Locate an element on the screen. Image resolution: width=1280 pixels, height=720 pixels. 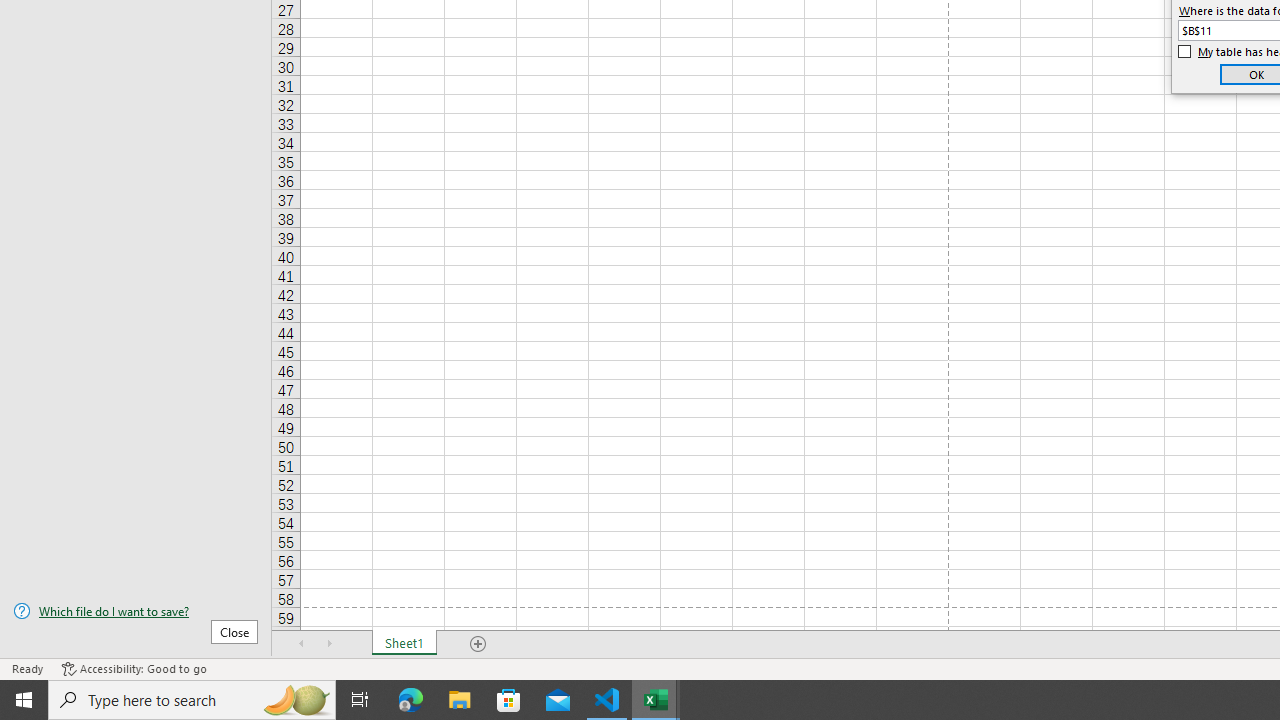
'Close' is located at coordinates (234, 631).